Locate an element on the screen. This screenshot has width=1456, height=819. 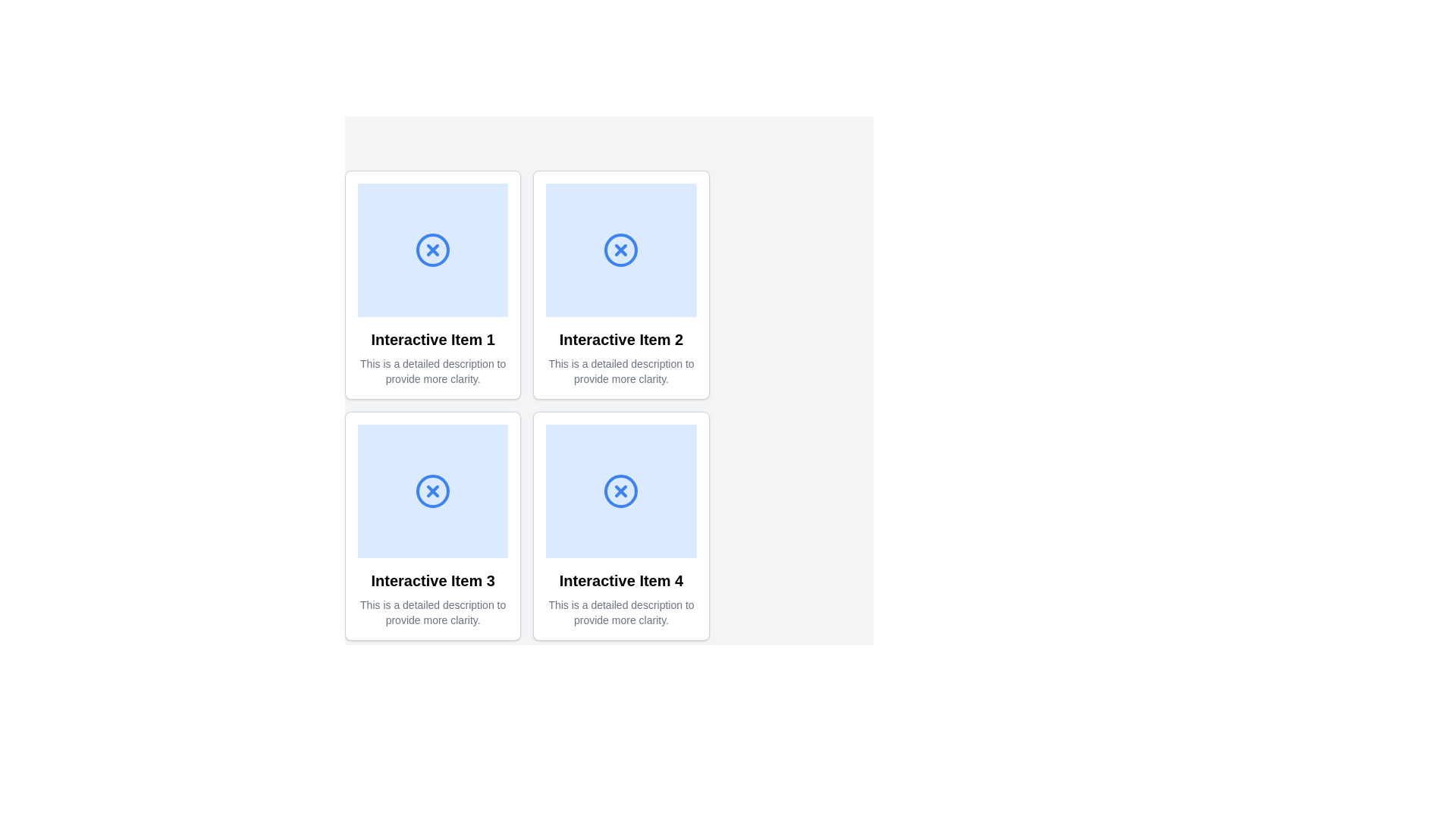
the radius of the circular element is located at coordinates (667, 249).